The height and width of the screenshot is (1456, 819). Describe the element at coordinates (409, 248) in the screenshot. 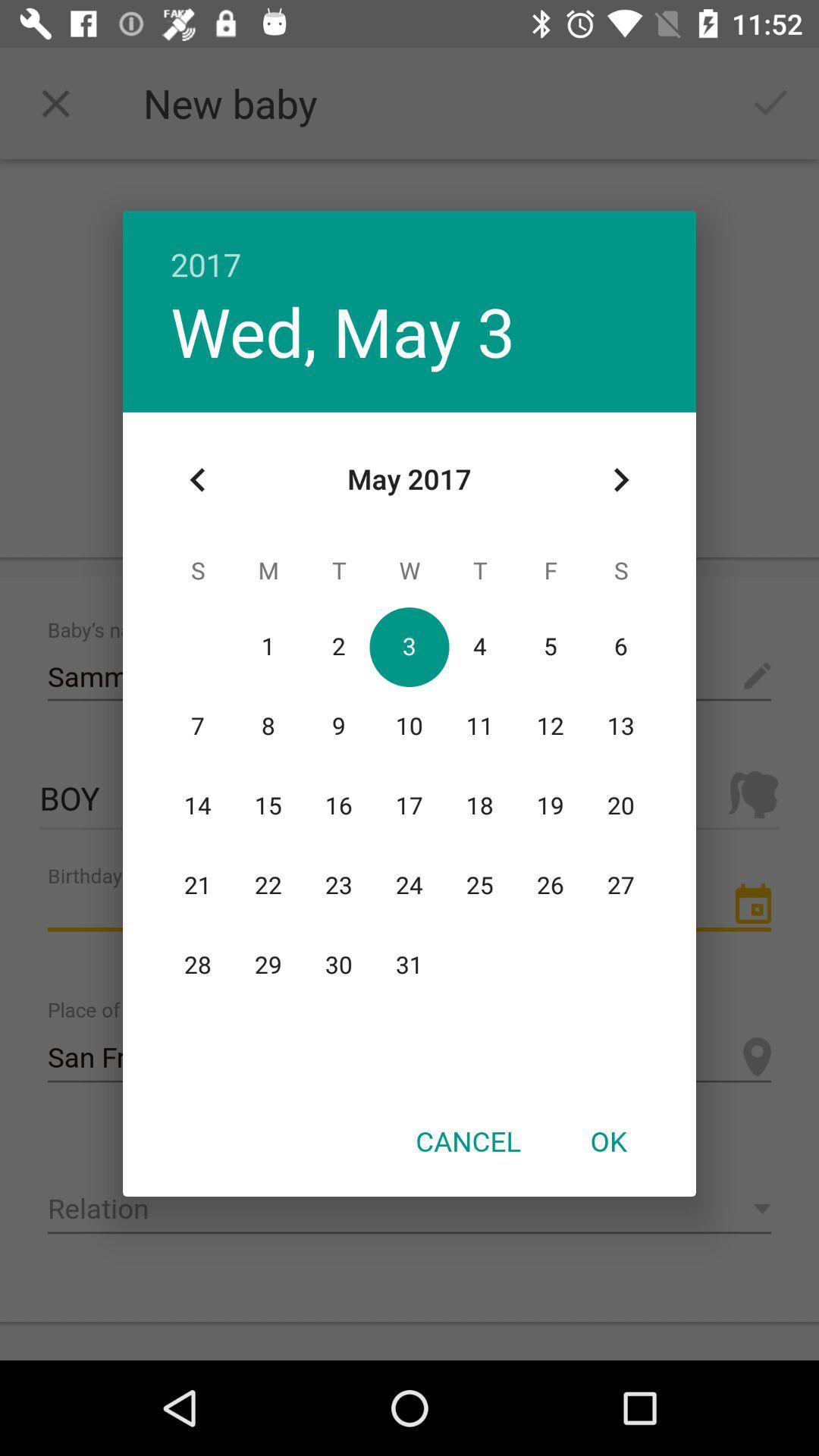

I see `icon above wed, may 3` at that location.